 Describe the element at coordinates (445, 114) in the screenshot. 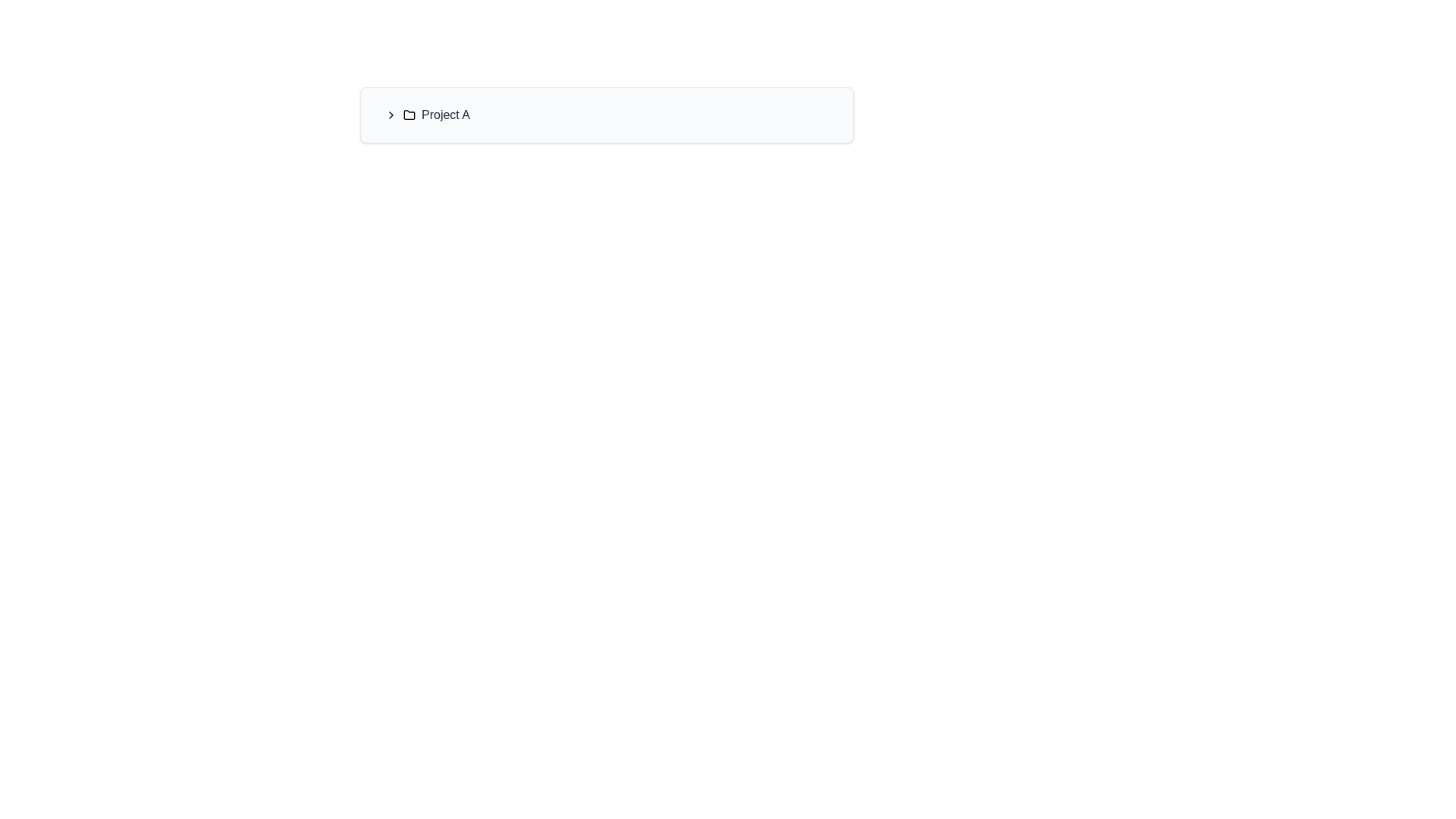

I see `the project name text label located in the middle of the horizontal row layout, following an icon and a folder icon` at that location.